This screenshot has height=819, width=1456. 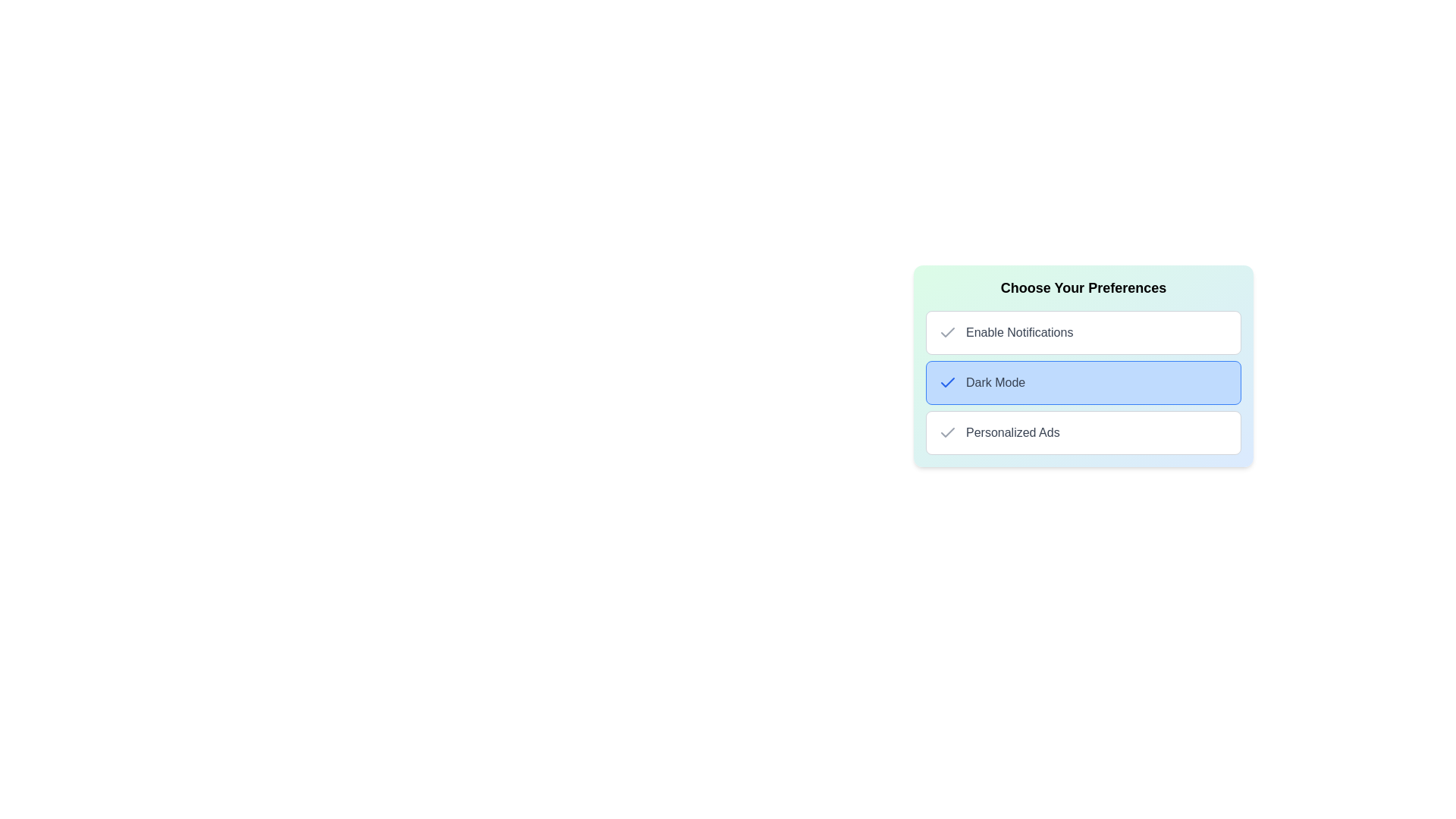 I want to click on the second option in the vertical list within the 'Choose Your Preferences' card, so click(x=1083, y=366).